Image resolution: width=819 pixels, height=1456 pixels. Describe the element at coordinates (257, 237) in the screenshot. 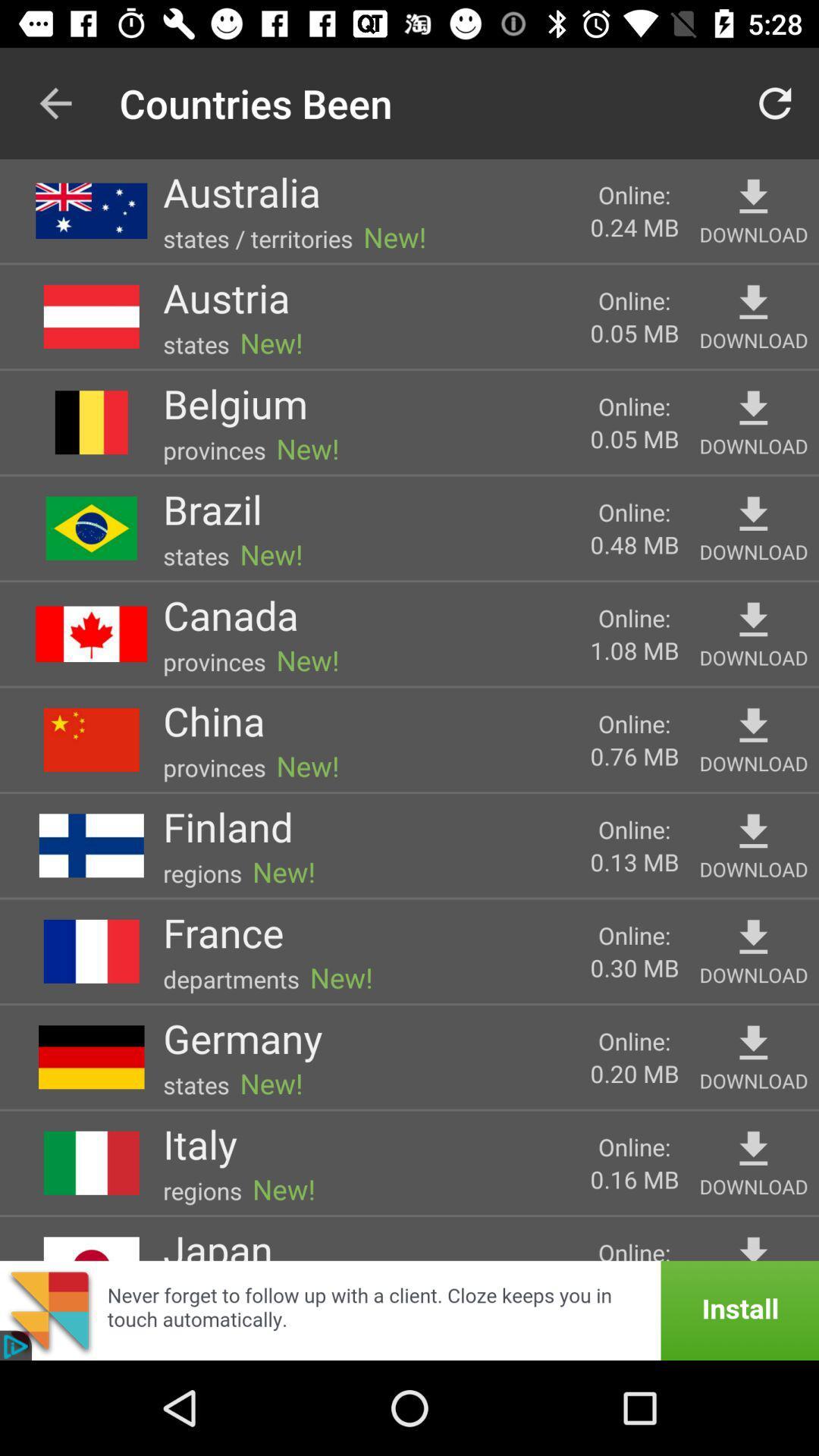

I see `the item next to new! item` at that location.